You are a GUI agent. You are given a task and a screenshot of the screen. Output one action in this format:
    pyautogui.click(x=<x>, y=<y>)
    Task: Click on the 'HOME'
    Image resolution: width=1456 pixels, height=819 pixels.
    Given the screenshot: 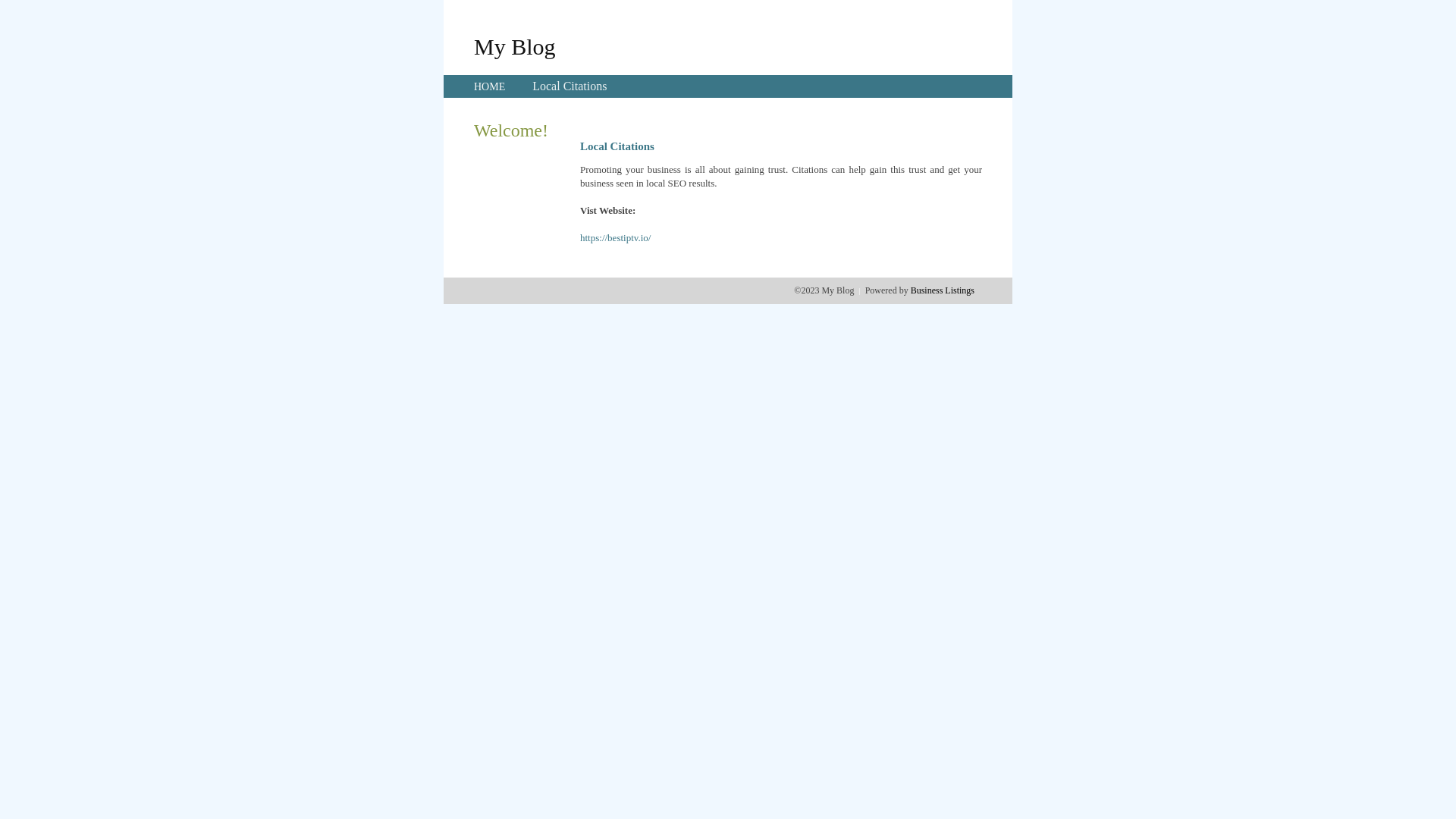 What is the action you would take?
    pyautogui.click(x=472, y=86)
    